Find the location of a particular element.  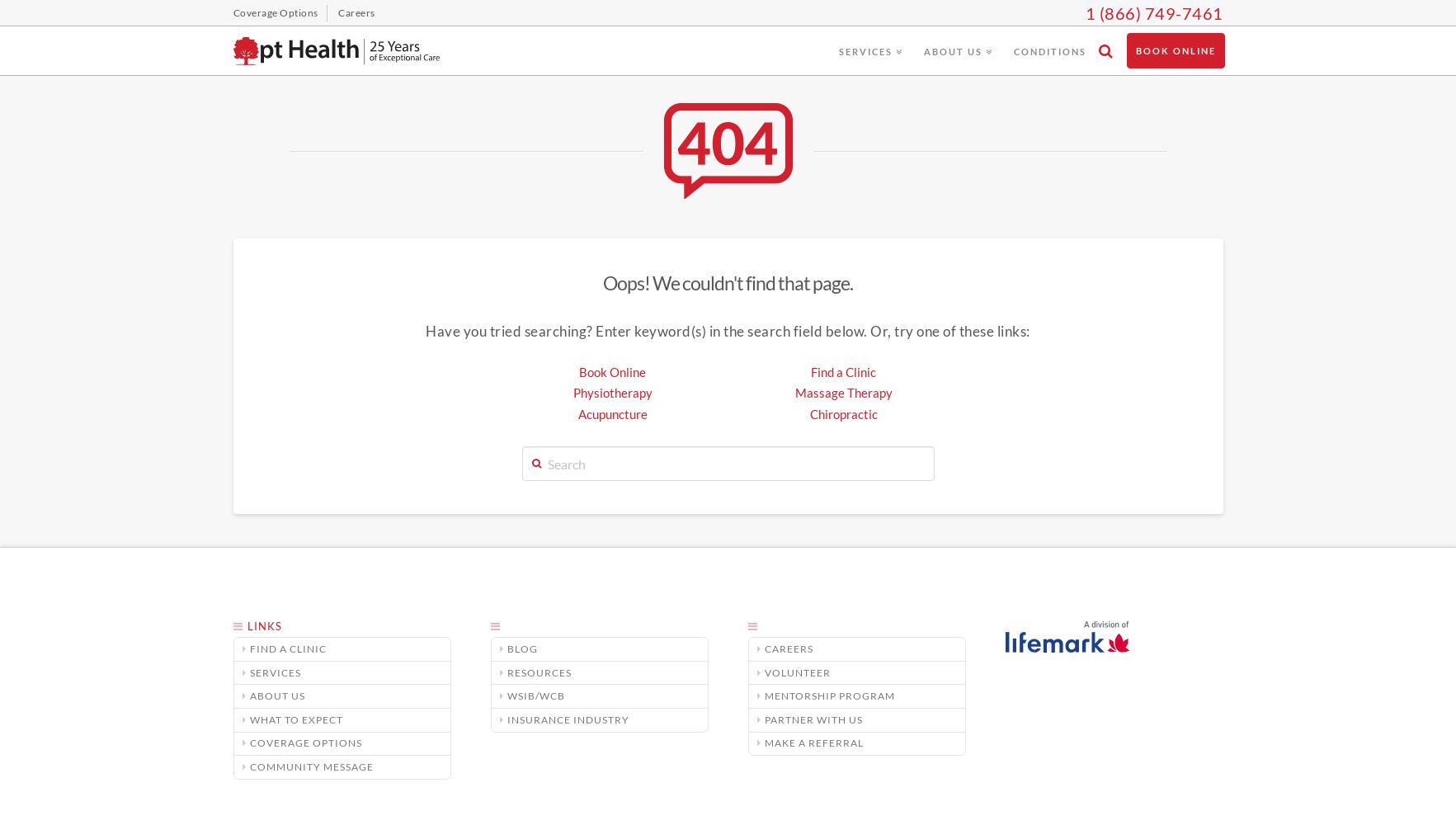

'Book Online' is located at coordinates (611, 370).